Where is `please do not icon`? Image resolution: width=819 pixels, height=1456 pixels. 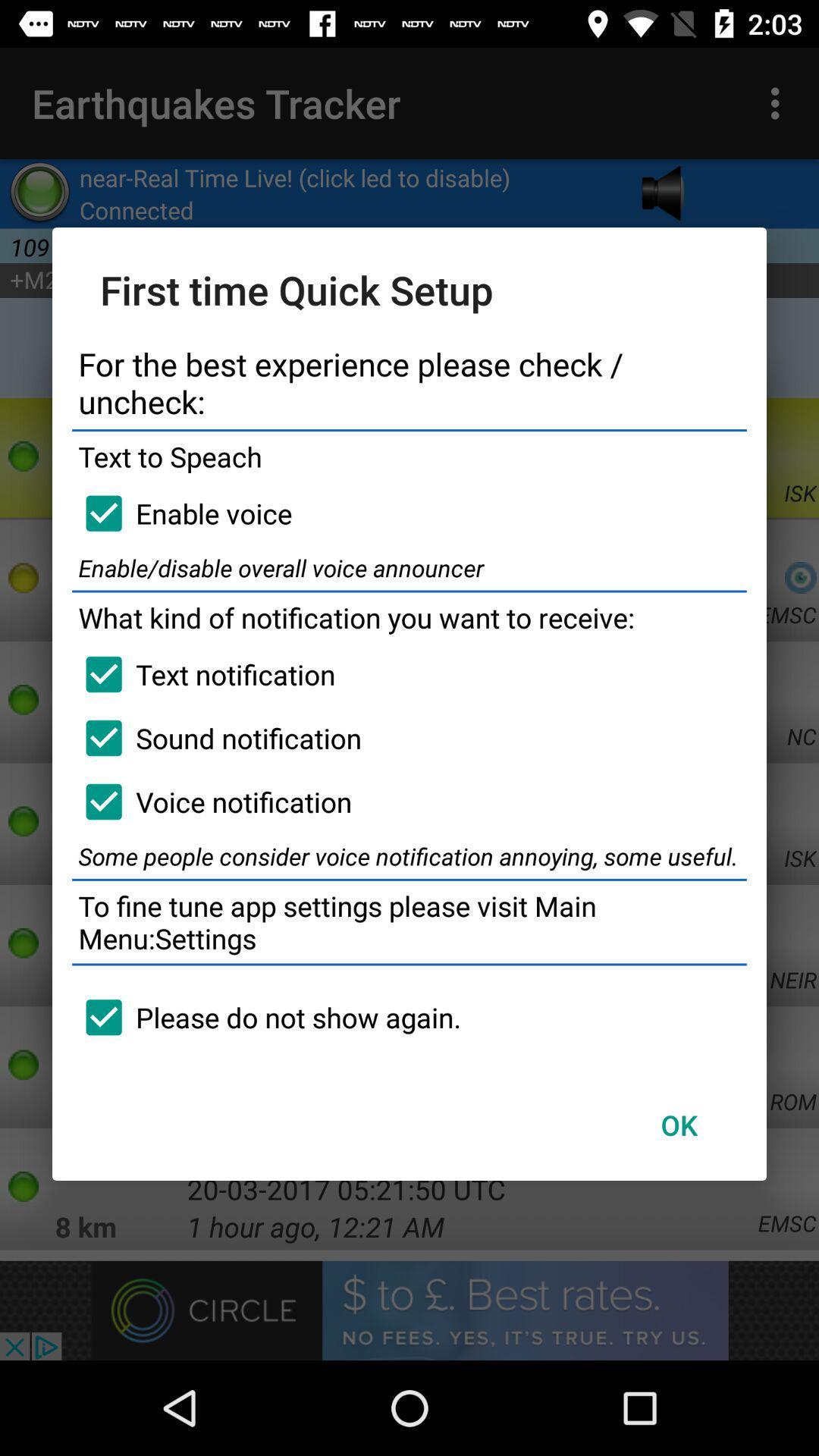 please do not icon is located at coordinates (265, 1017).